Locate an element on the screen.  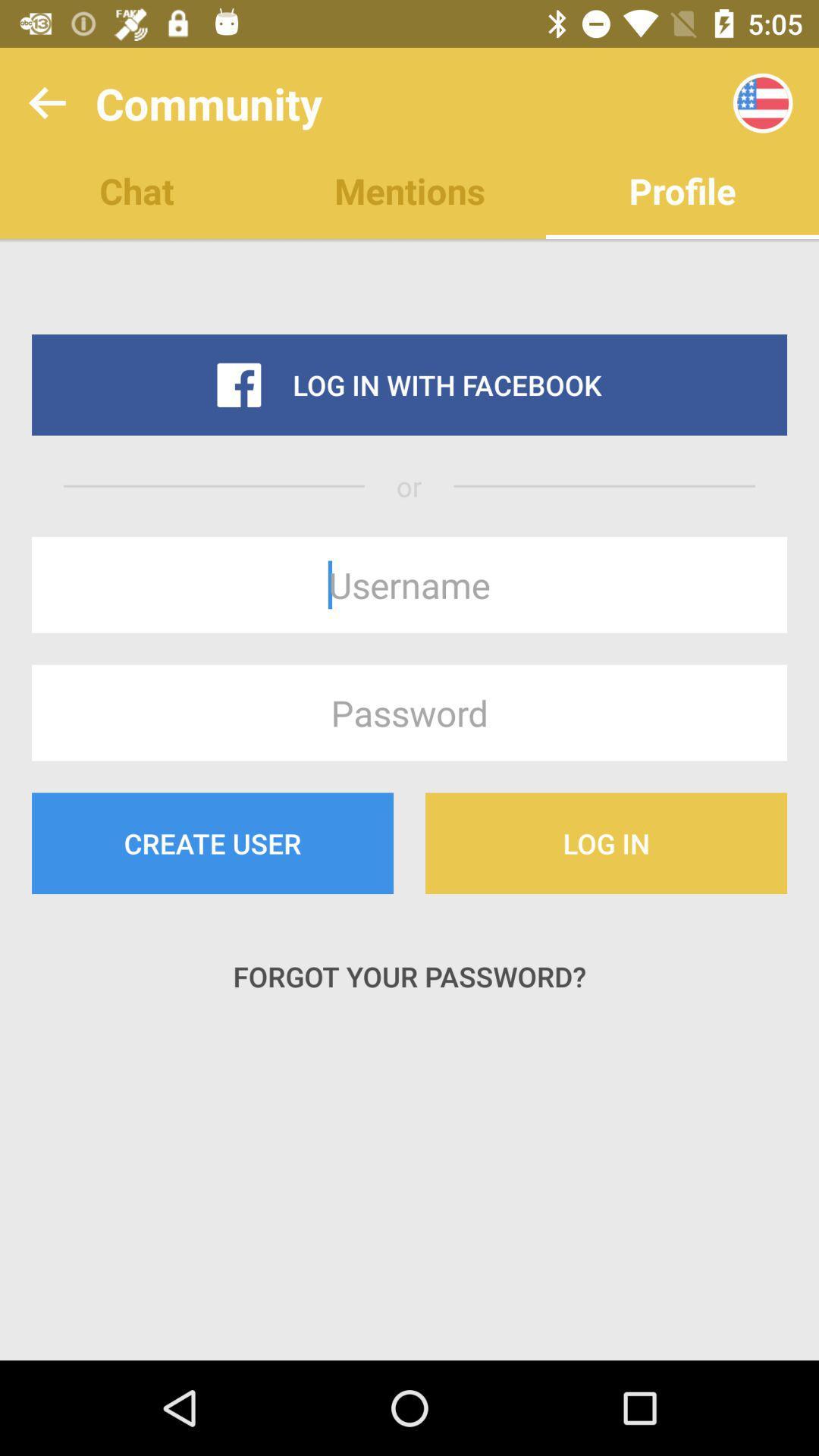
password text box is located at coordinates (409, 712).